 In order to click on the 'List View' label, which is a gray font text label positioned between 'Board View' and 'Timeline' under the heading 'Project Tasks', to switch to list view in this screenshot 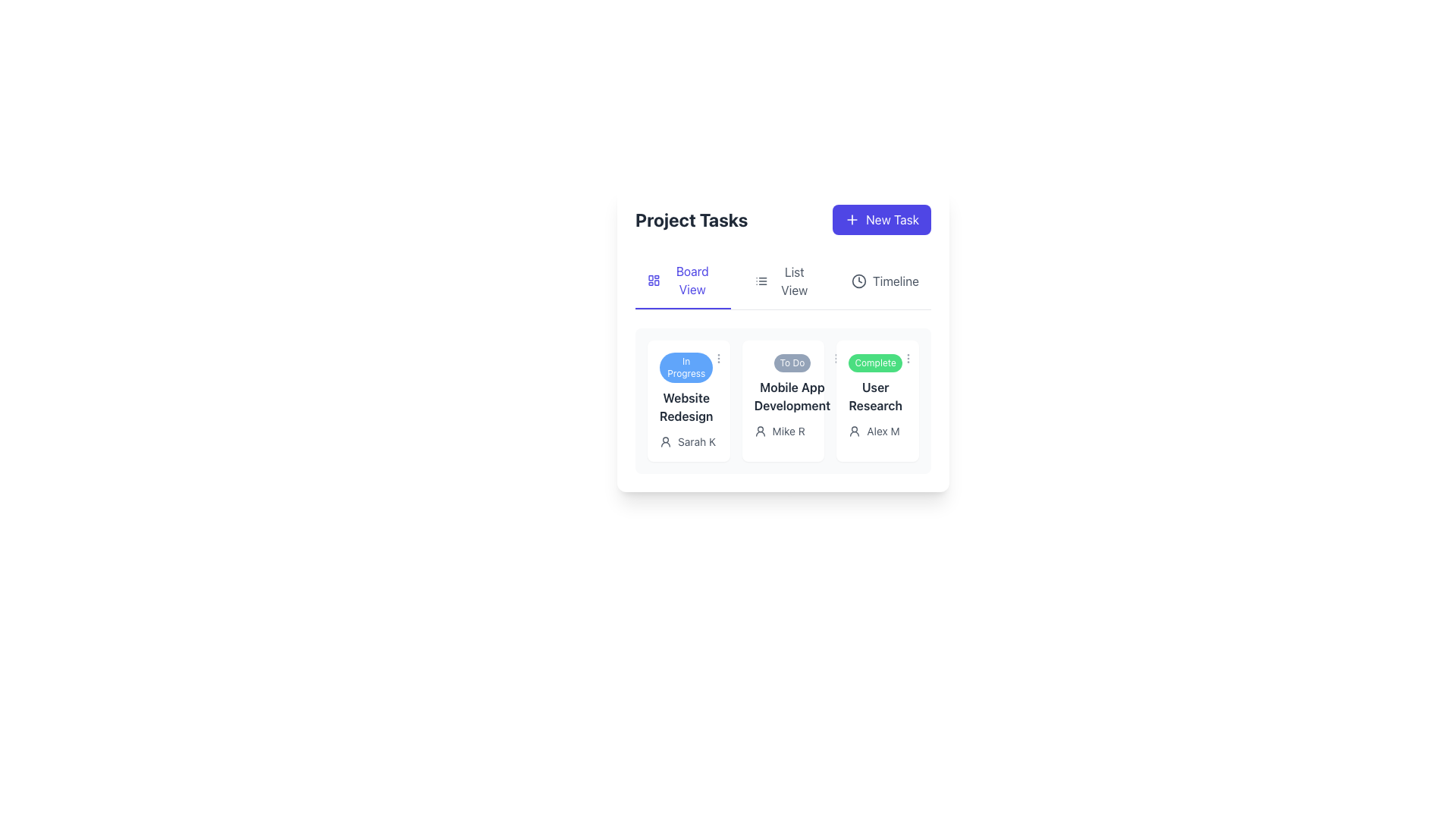, I will do `click(783, 281)`.